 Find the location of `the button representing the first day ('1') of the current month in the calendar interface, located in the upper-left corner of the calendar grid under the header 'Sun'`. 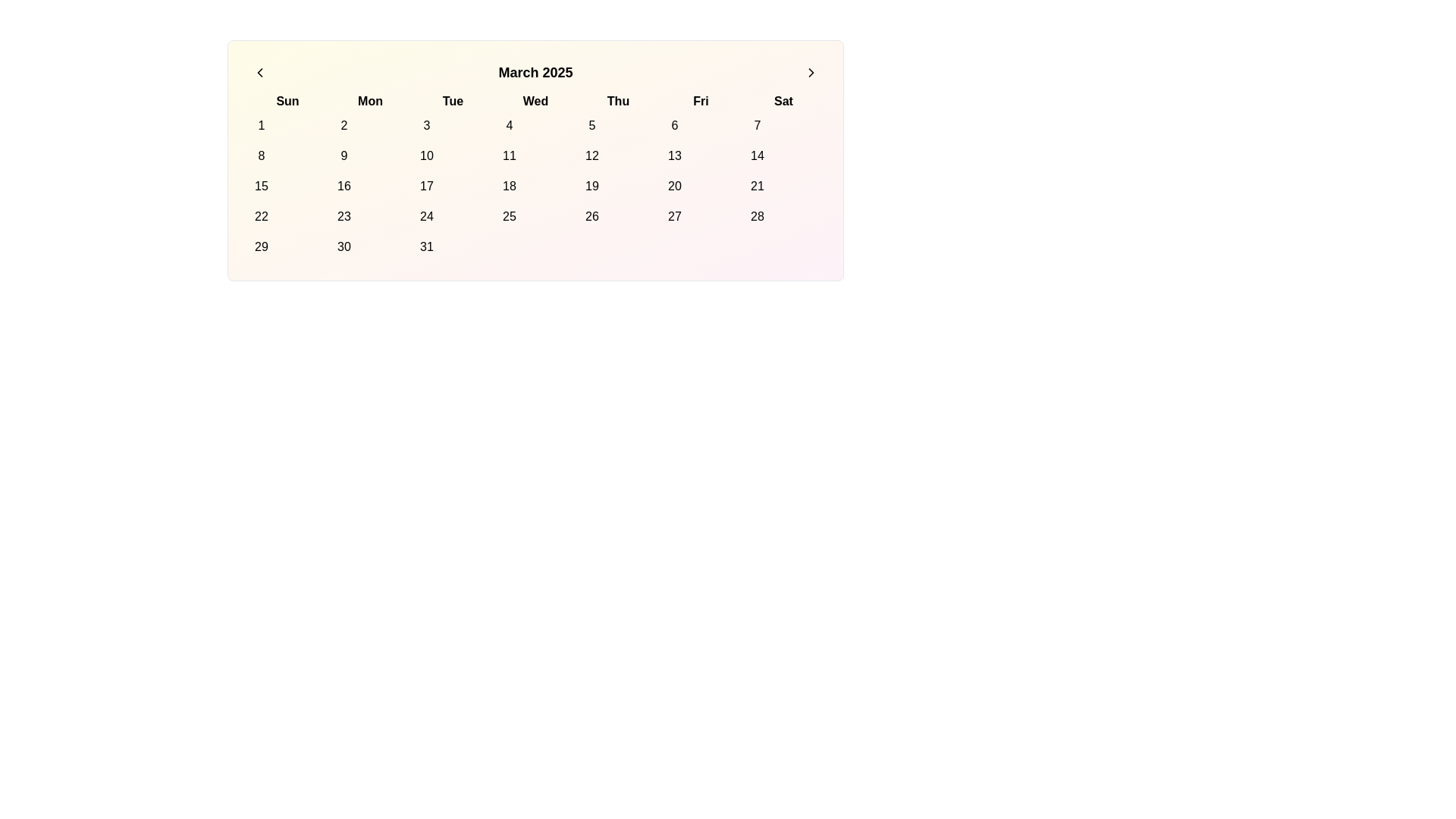

the button representing the first day ('1') of the current month in the calendar interface, located in the upper-left corner of the calendar grid under the header 'Sun' is located at coordinates (262, 124).